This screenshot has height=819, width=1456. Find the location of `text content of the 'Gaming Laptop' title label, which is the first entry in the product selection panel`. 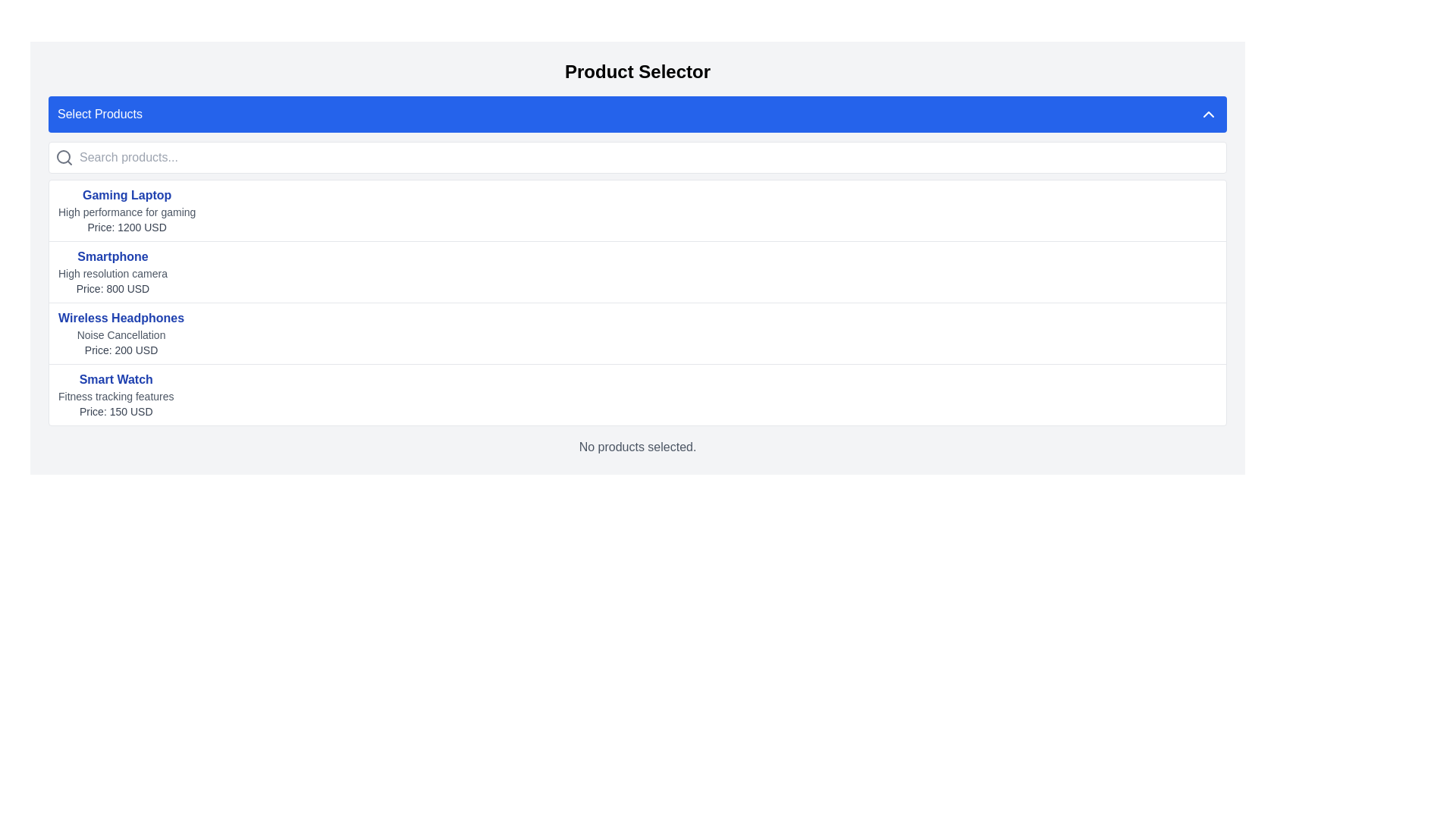

text content of the 'Gaming Laptop' title label, which is the first entry in the product selection panel is located at coordinates (127, 195).